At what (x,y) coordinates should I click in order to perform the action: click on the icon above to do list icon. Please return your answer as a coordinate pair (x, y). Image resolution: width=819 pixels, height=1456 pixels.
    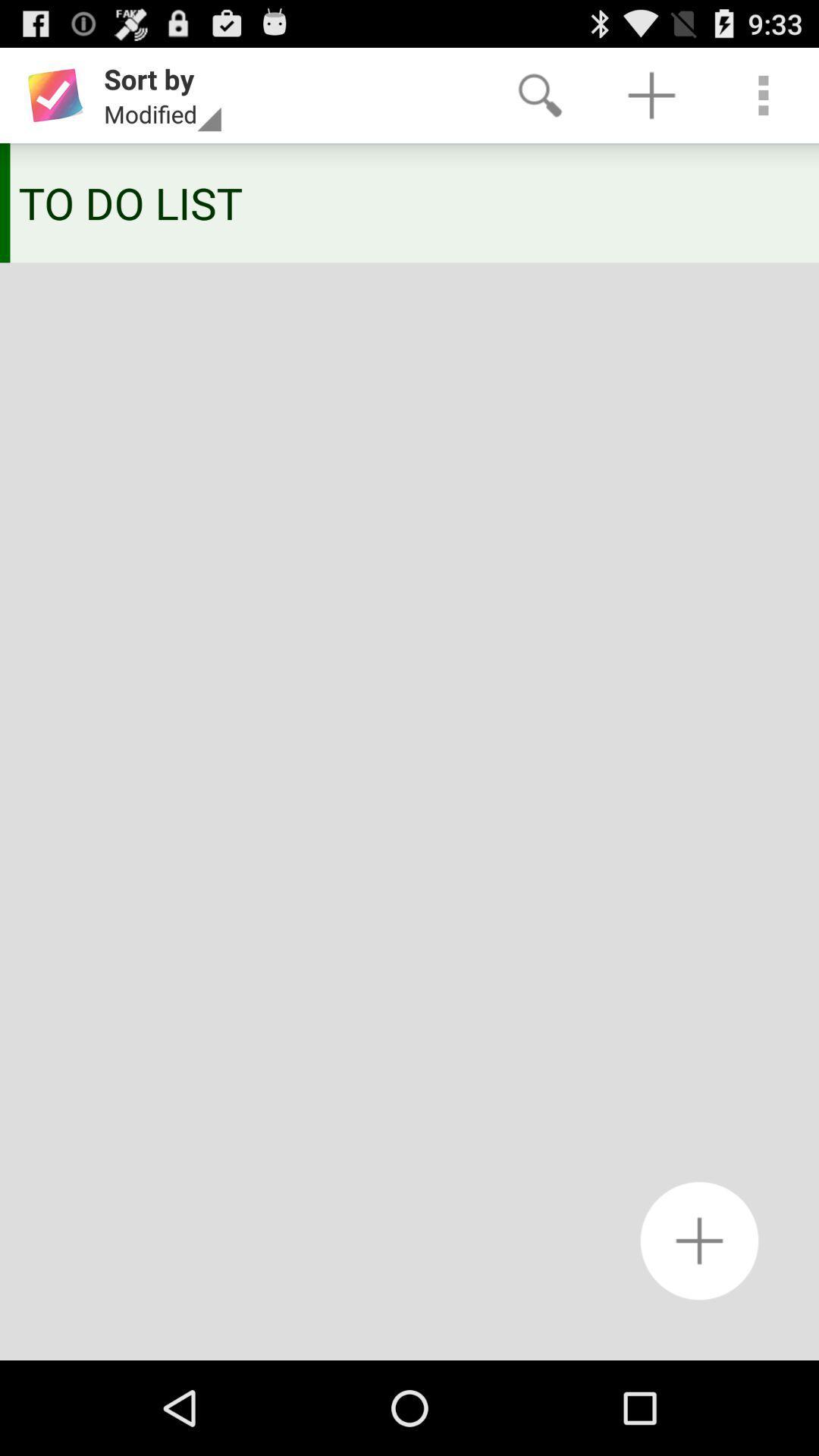
    Looking at the image, I should click on (539, 94).